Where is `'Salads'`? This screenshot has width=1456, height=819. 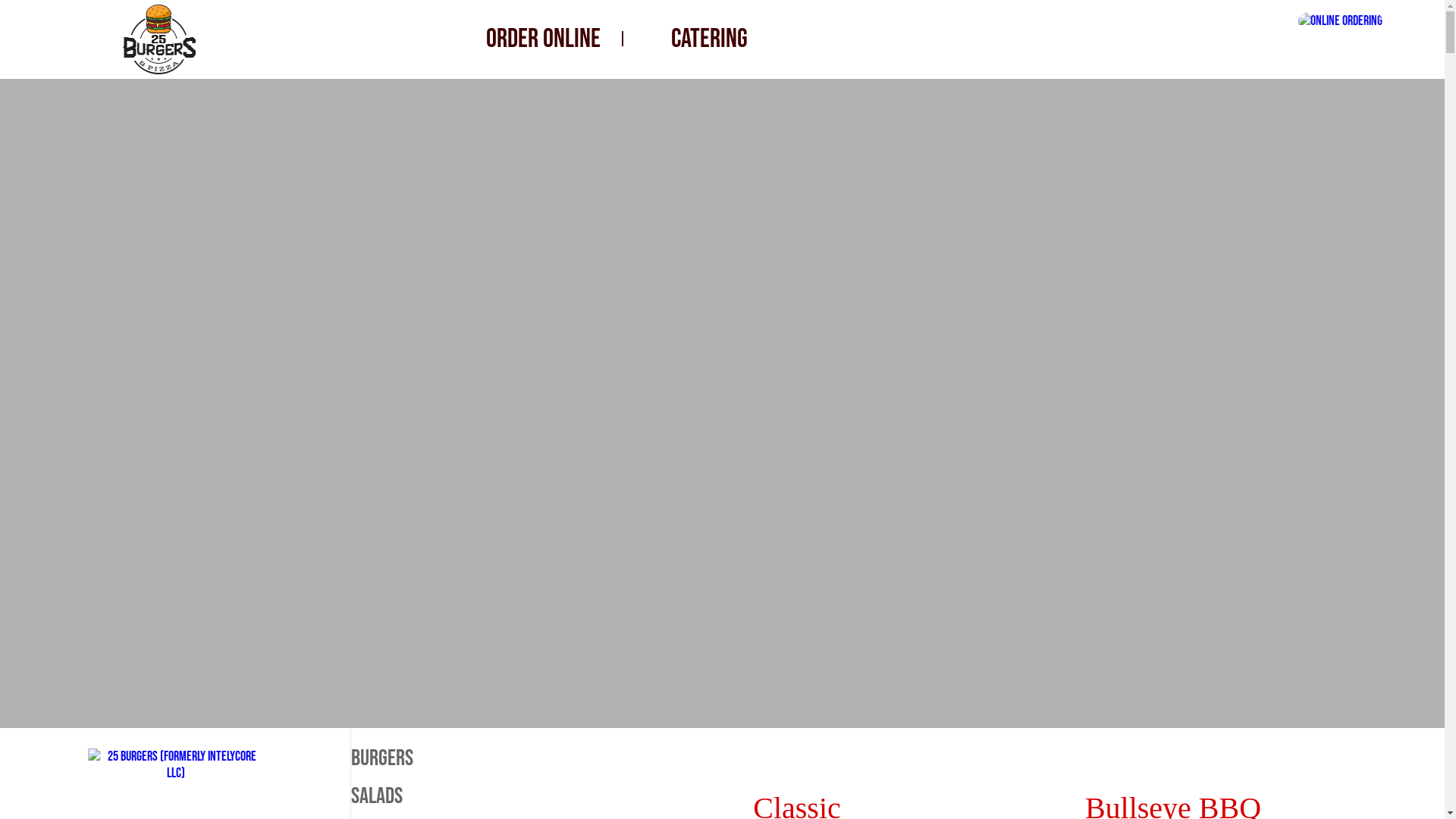
'Salads' is located at coordinates (437, 795).